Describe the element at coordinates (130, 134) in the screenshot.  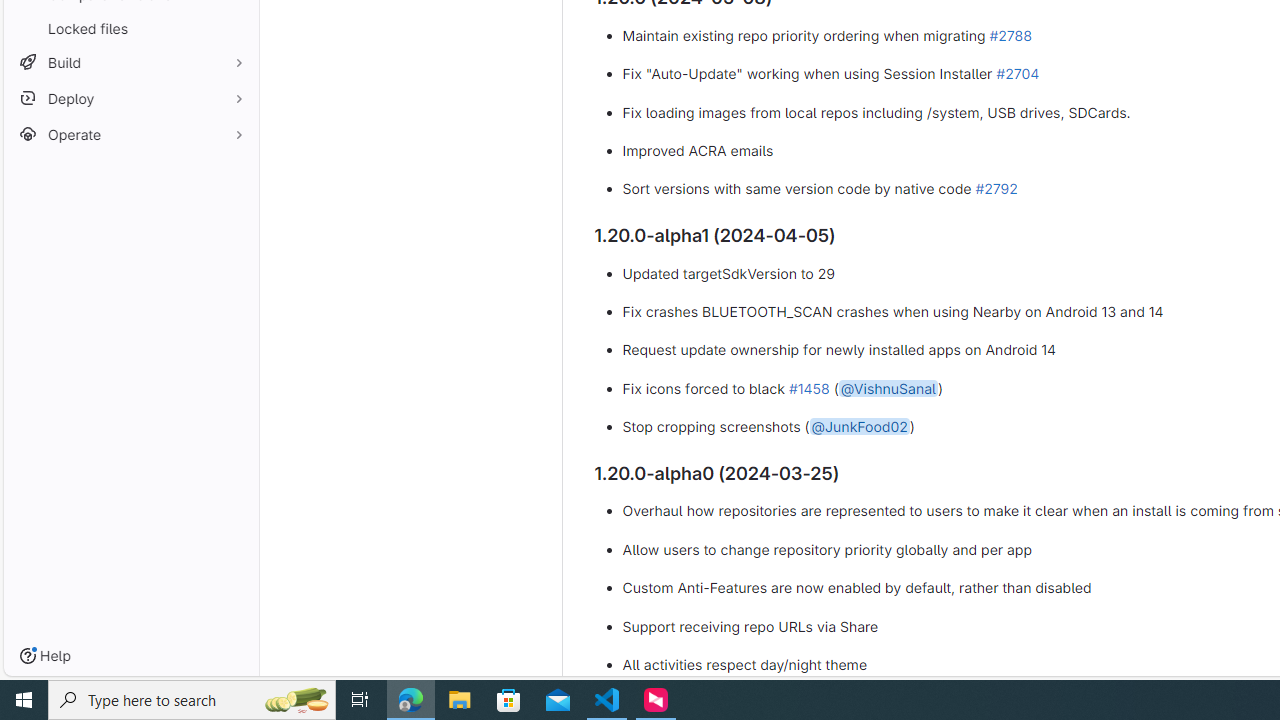
I see `'Operate'` at that location.